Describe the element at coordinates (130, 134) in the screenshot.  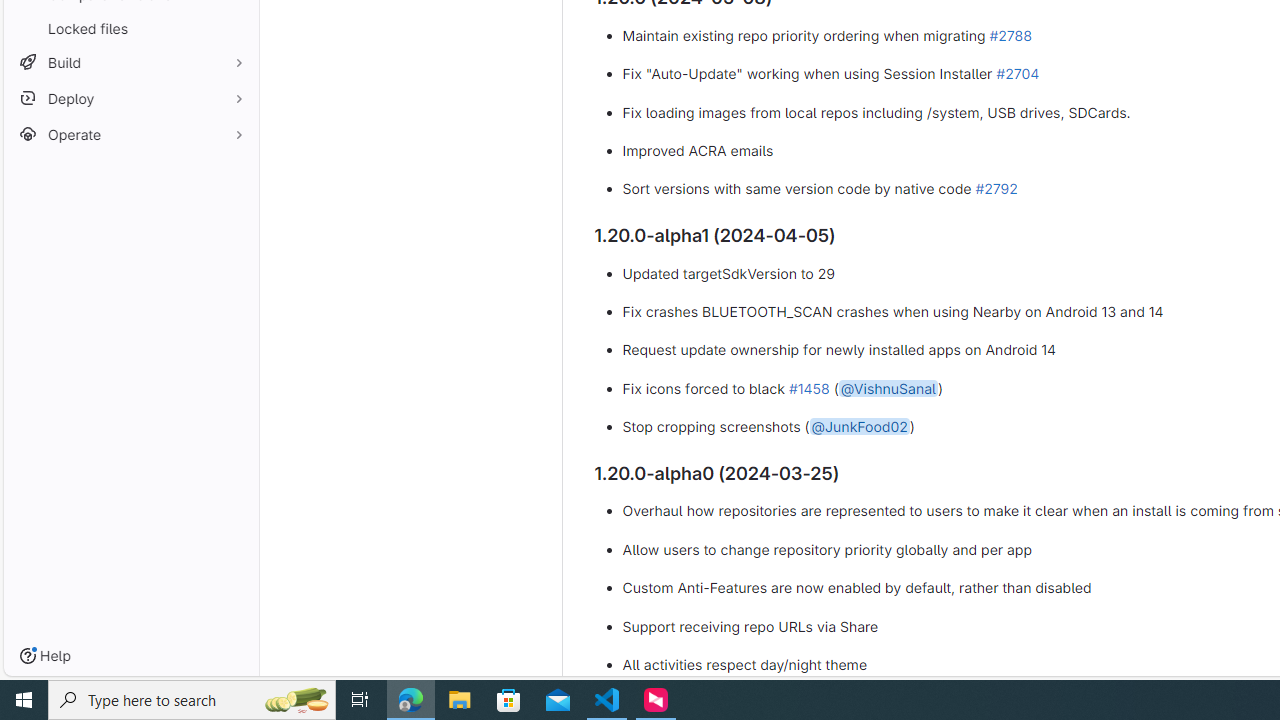
I see `'Operate'` at that location.